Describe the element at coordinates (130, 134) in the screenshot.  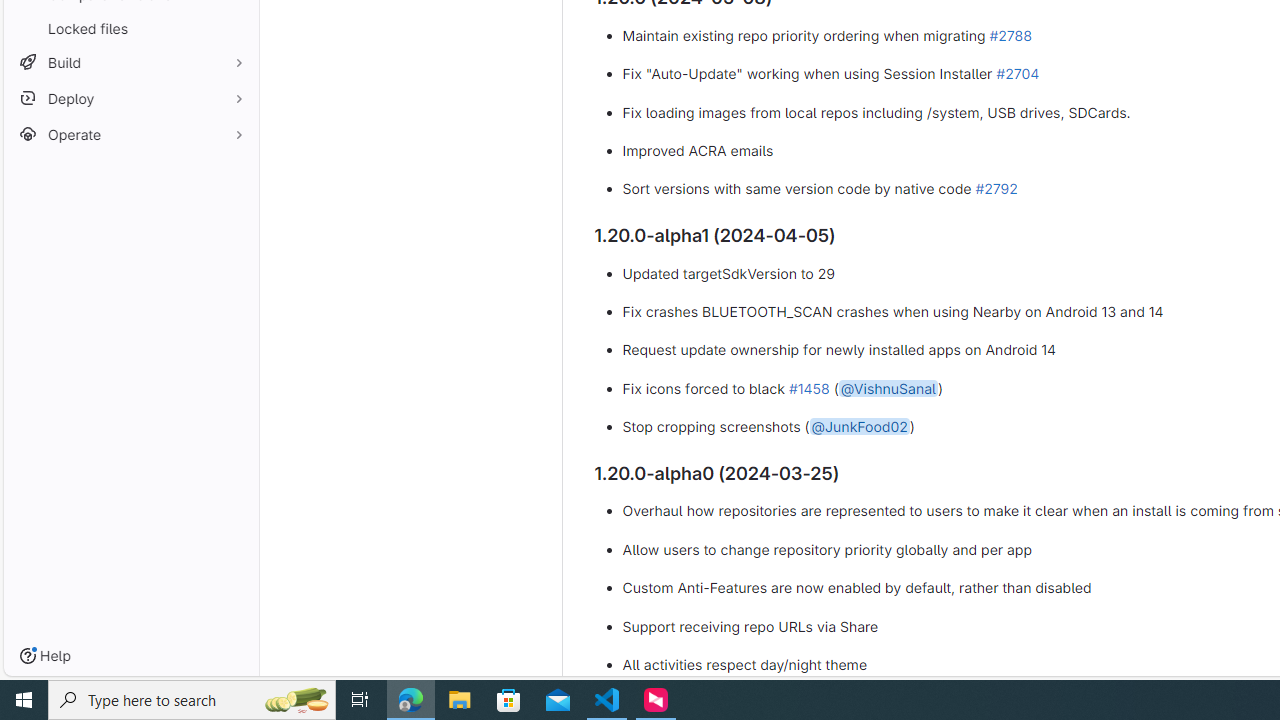
I see `'Operate'` at that location.